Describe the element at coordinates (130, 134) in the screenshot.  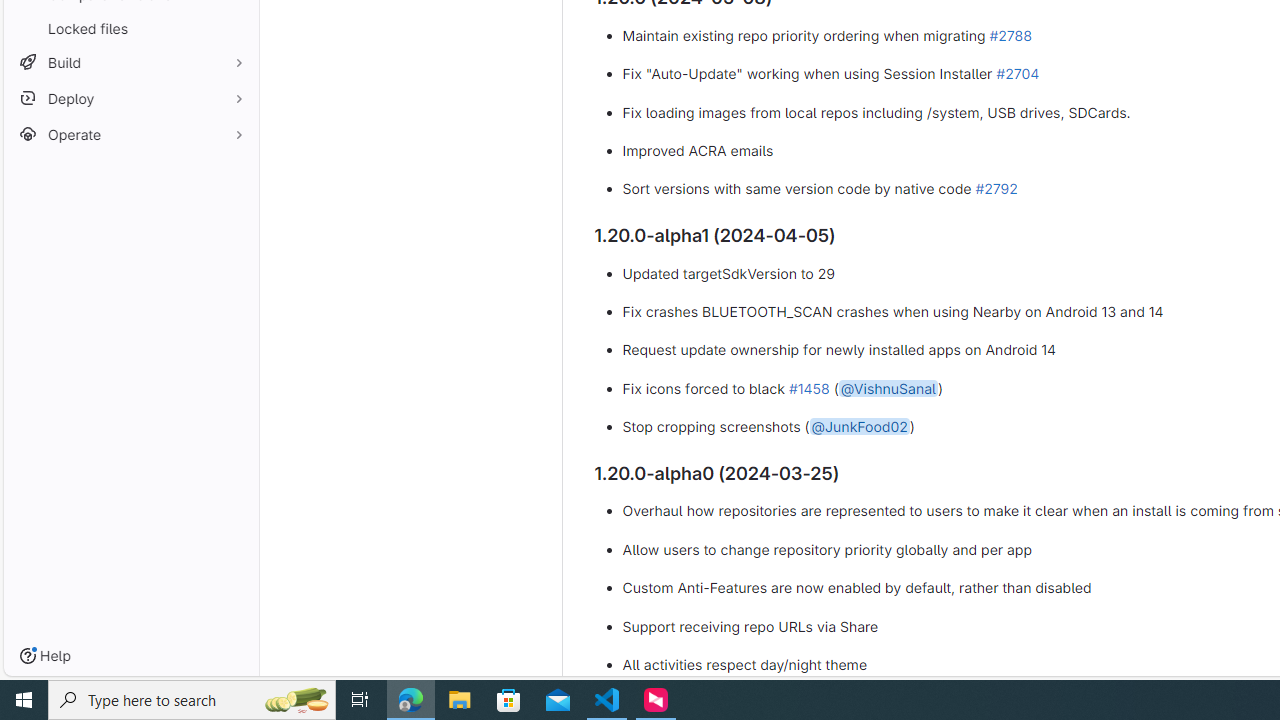
I see `'Operate'` at that location.